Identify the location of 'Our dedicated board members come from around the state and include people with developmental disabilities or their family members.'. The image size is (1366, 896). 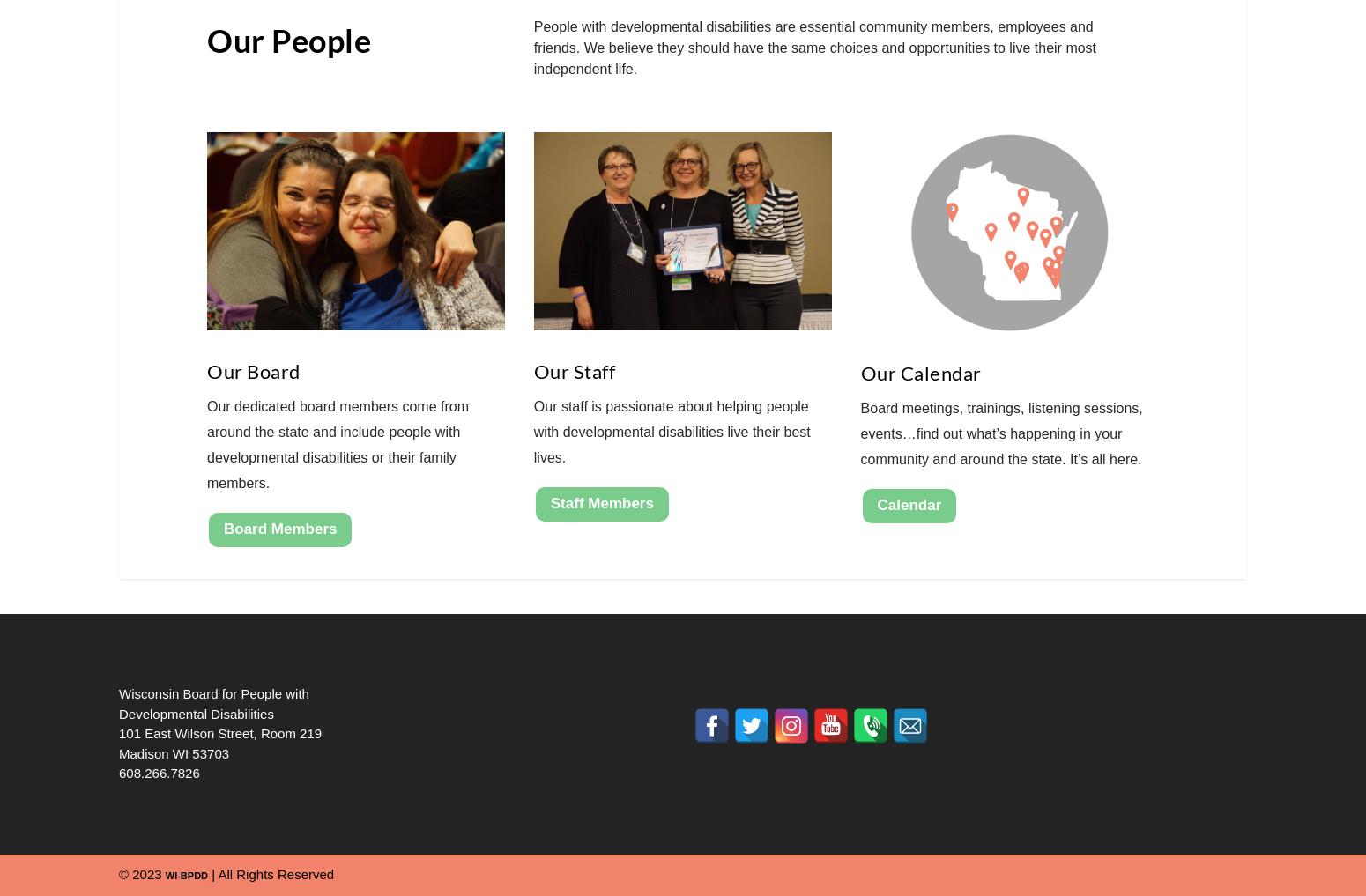
(337, 443).